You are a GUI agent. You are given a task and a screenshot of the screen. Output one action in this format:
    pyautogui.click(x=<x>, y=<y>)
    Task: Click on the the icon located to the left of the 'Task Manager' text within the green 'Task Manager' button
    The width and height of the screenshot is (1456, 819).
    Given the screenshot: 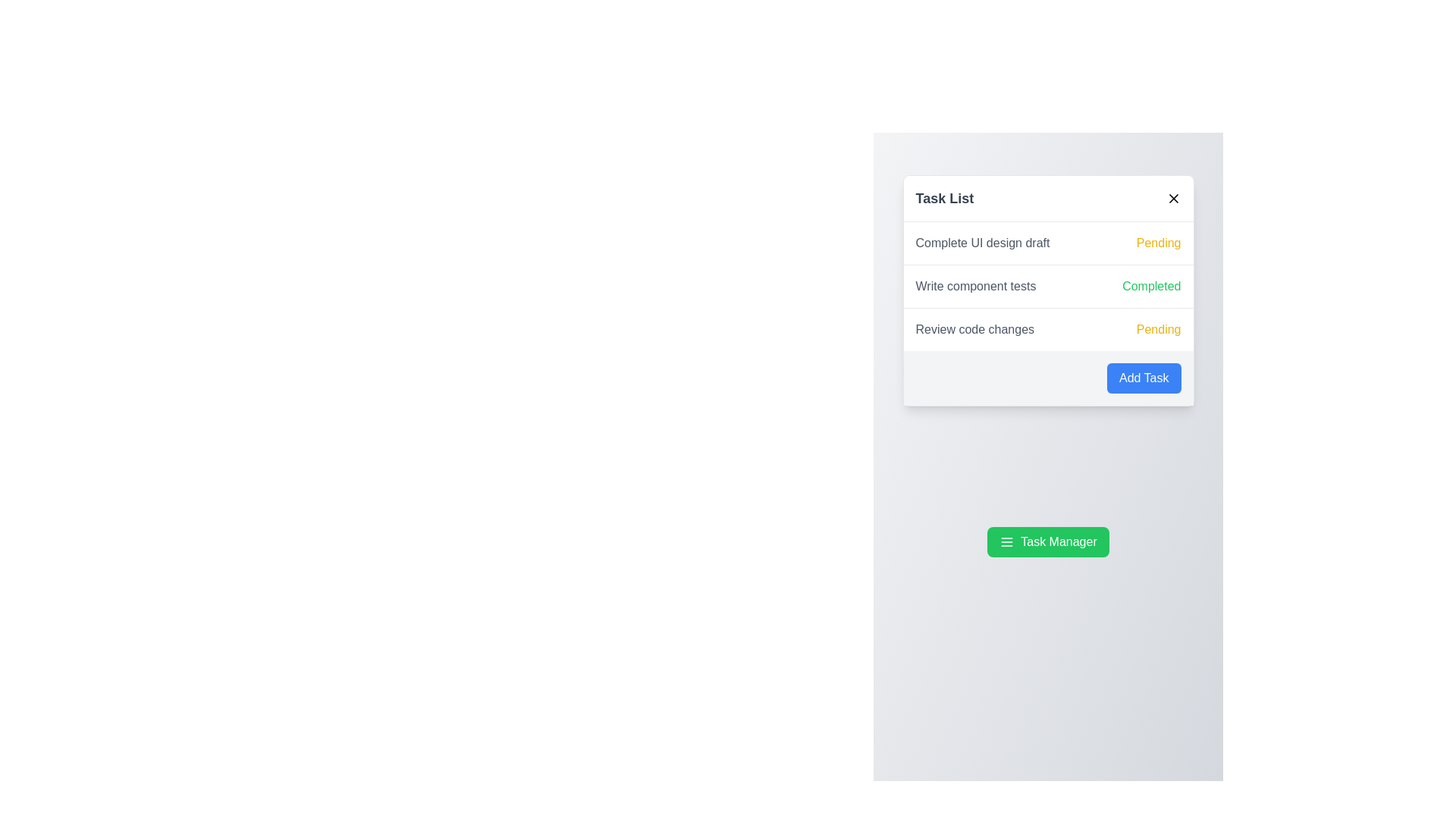 What is the action you would take?
    pyautogui.click(x=1007, y=541)
    